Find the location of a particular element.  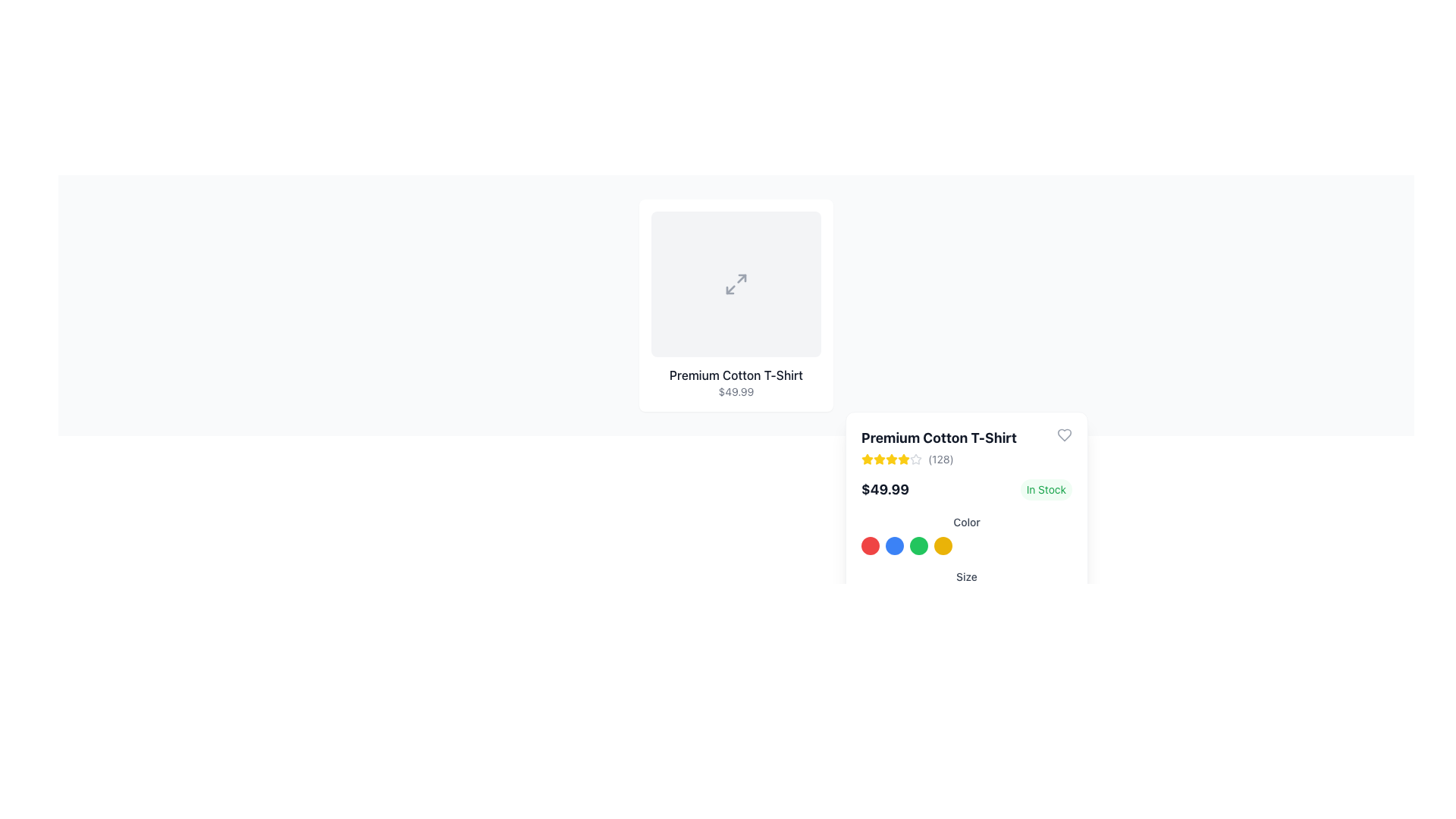

the fifth star icon in the rating component is located at coordinates (915, 458).